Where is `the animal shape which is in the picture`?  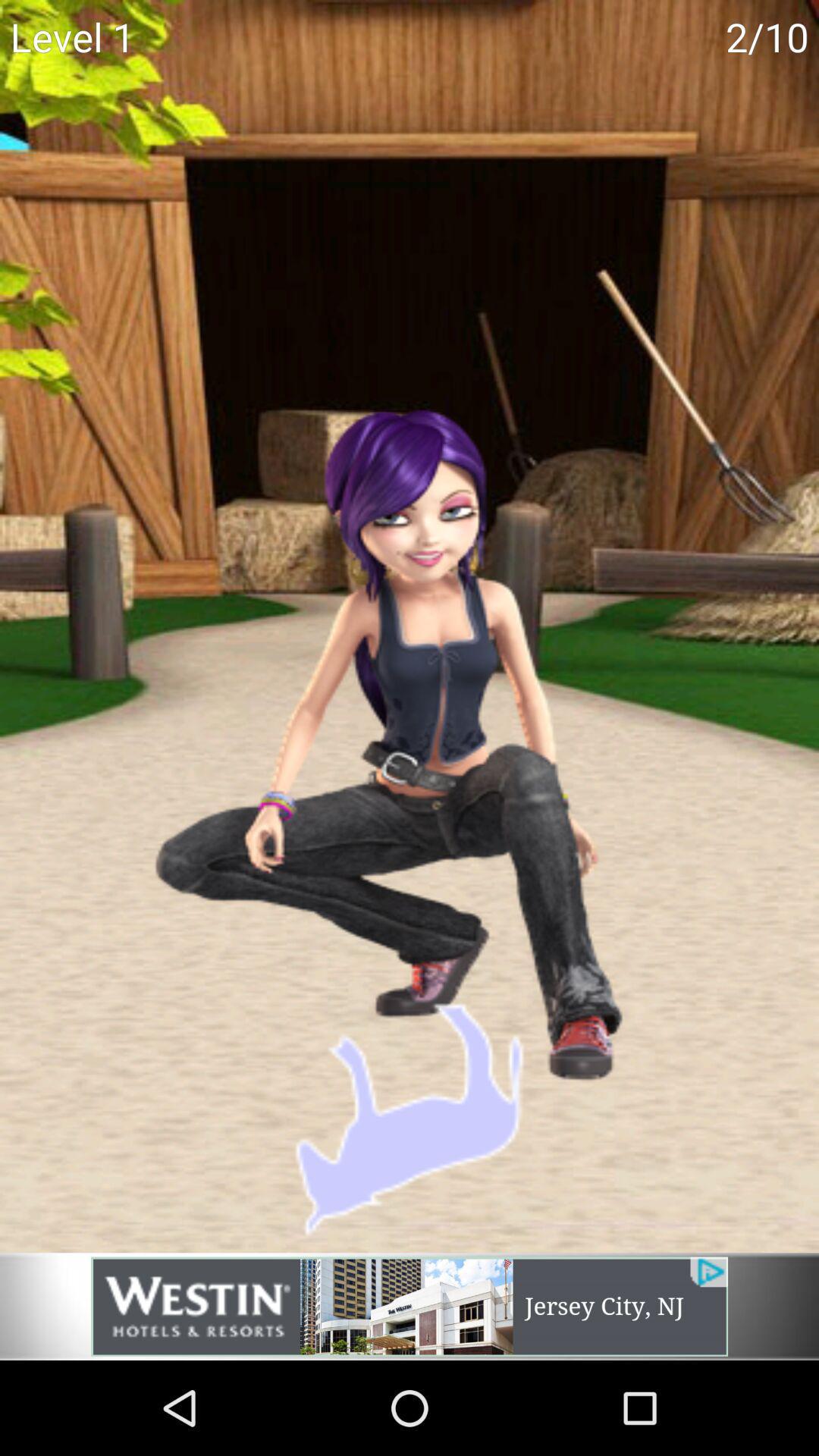
the animal shape which is in the picture is located at coordinates (409, 1120).